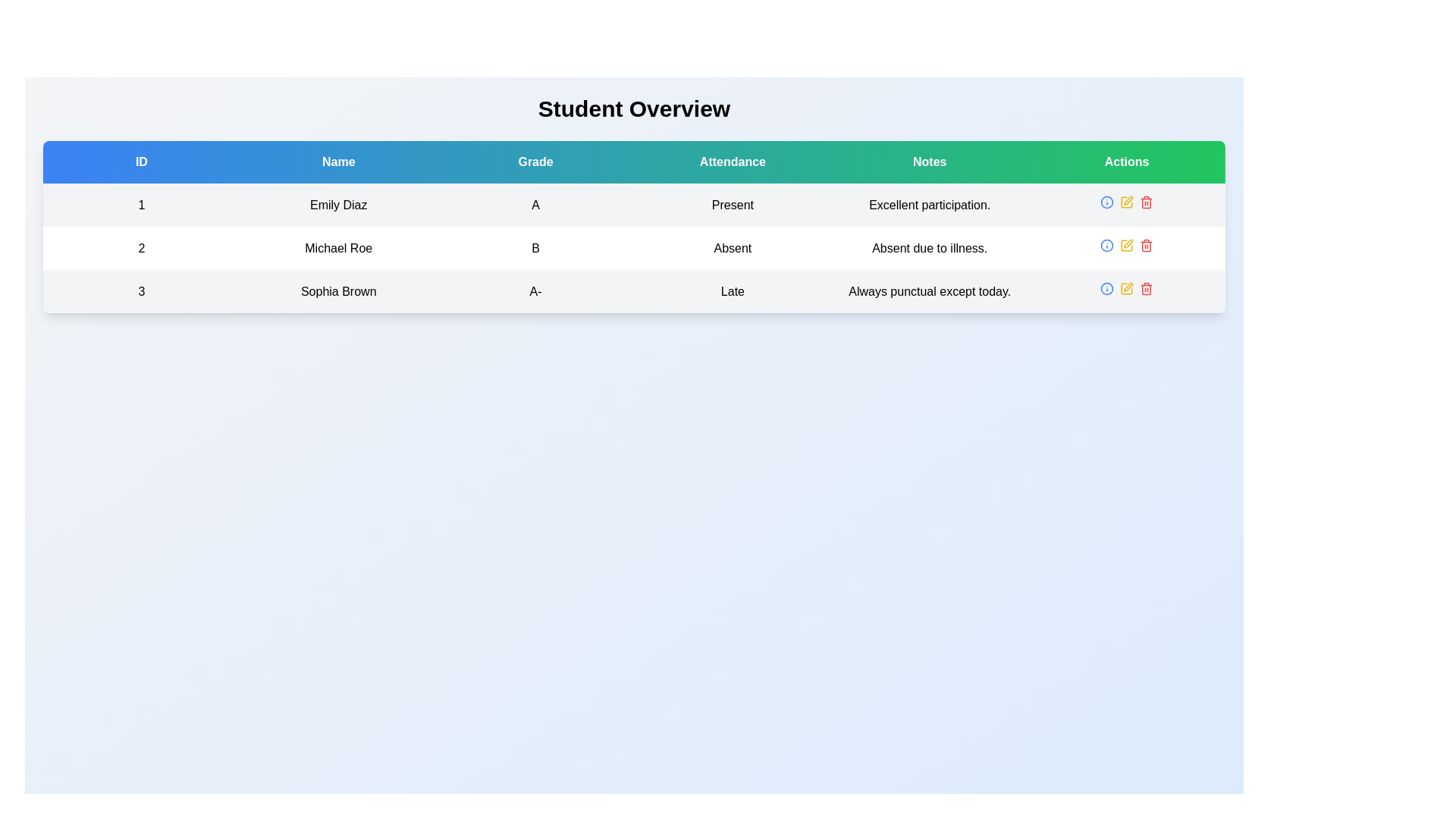 Image resolution: width=1456 pixels, height=819 pixels. What do you see at coordinates (1147, 246) in the screenshot?
I see `the trash bin icon in the Actions column for the row corresponding to Michael Roe` at bounding box center [1147, 246].